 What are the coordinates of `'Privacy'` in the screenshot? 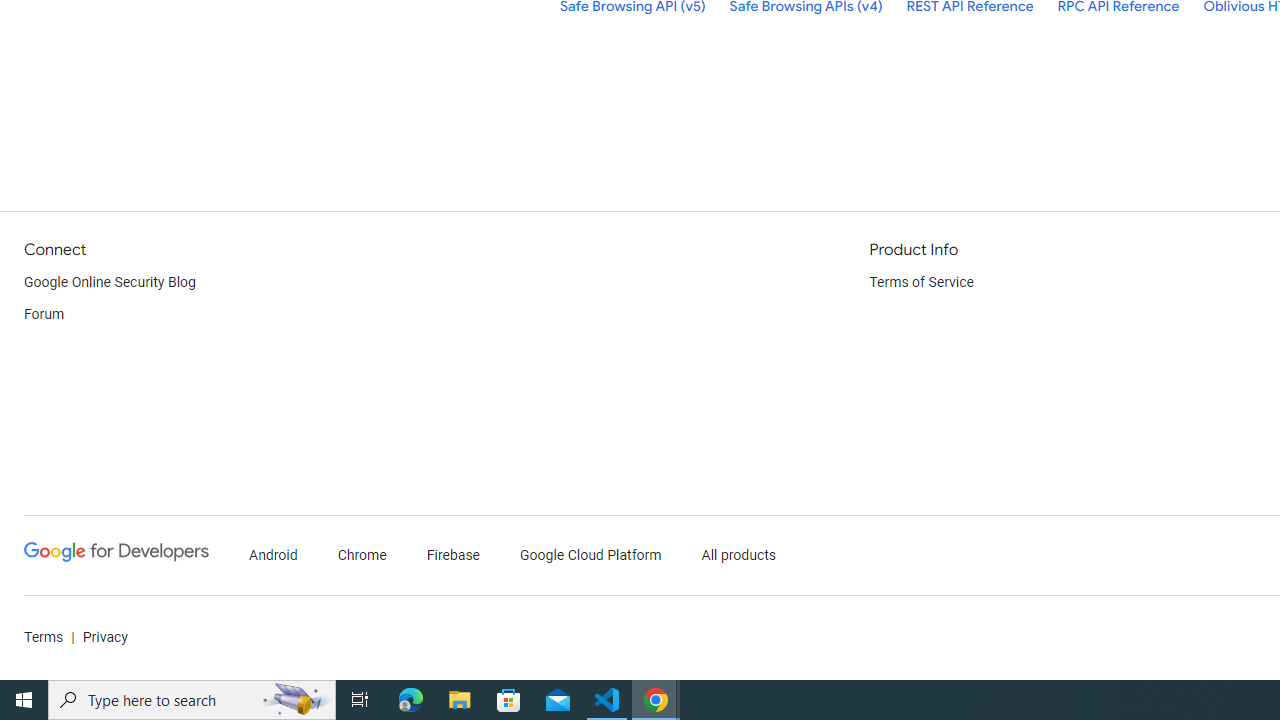 It's located at (103, 637).